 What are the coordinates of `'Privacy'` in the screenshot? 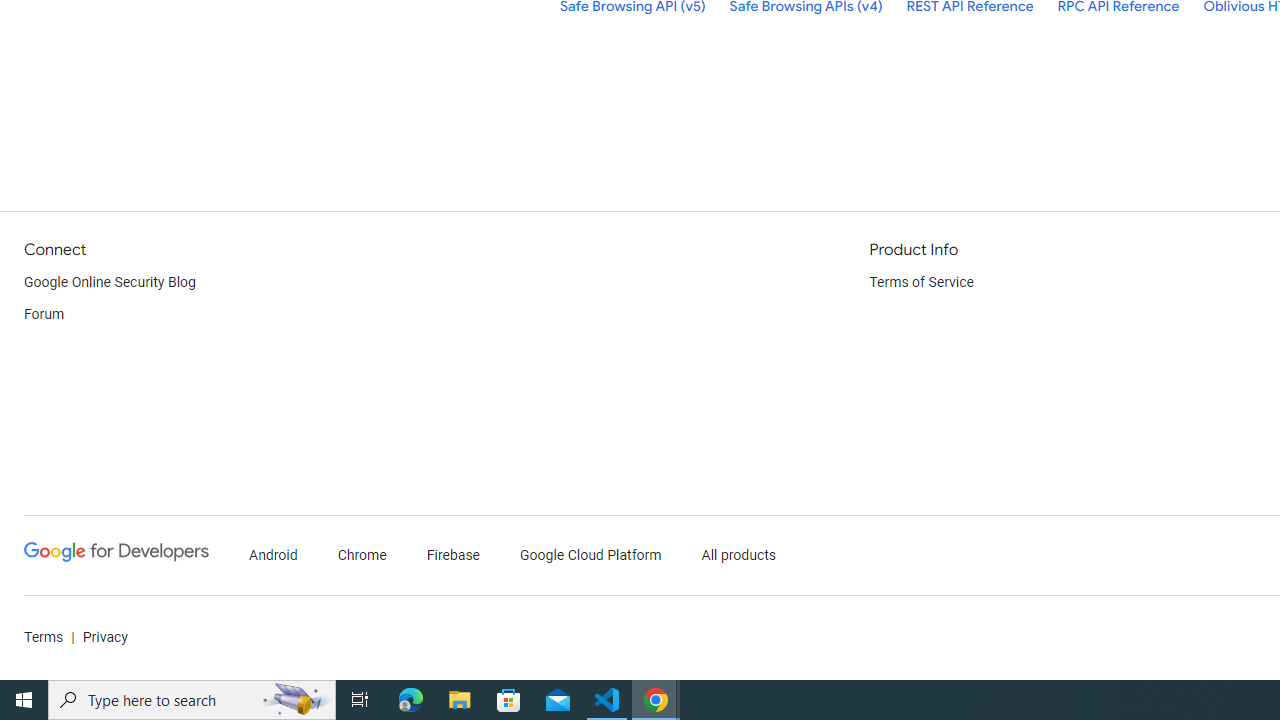 It's located at (103, 637).